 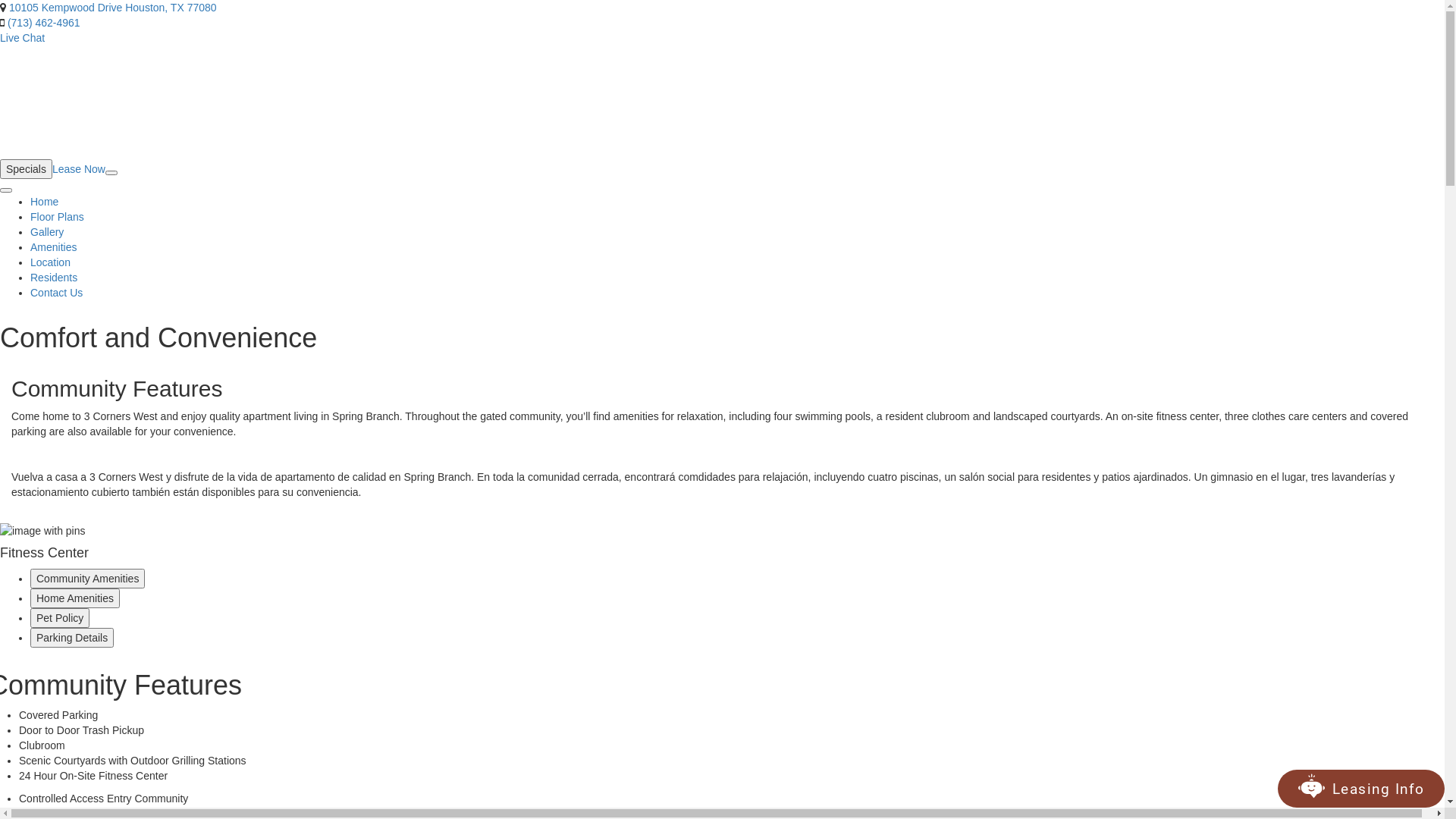 What do you see at coordinates (78, 169) in the screenshot?
I see `'Lease Now'` at bounding box center [78, 169].